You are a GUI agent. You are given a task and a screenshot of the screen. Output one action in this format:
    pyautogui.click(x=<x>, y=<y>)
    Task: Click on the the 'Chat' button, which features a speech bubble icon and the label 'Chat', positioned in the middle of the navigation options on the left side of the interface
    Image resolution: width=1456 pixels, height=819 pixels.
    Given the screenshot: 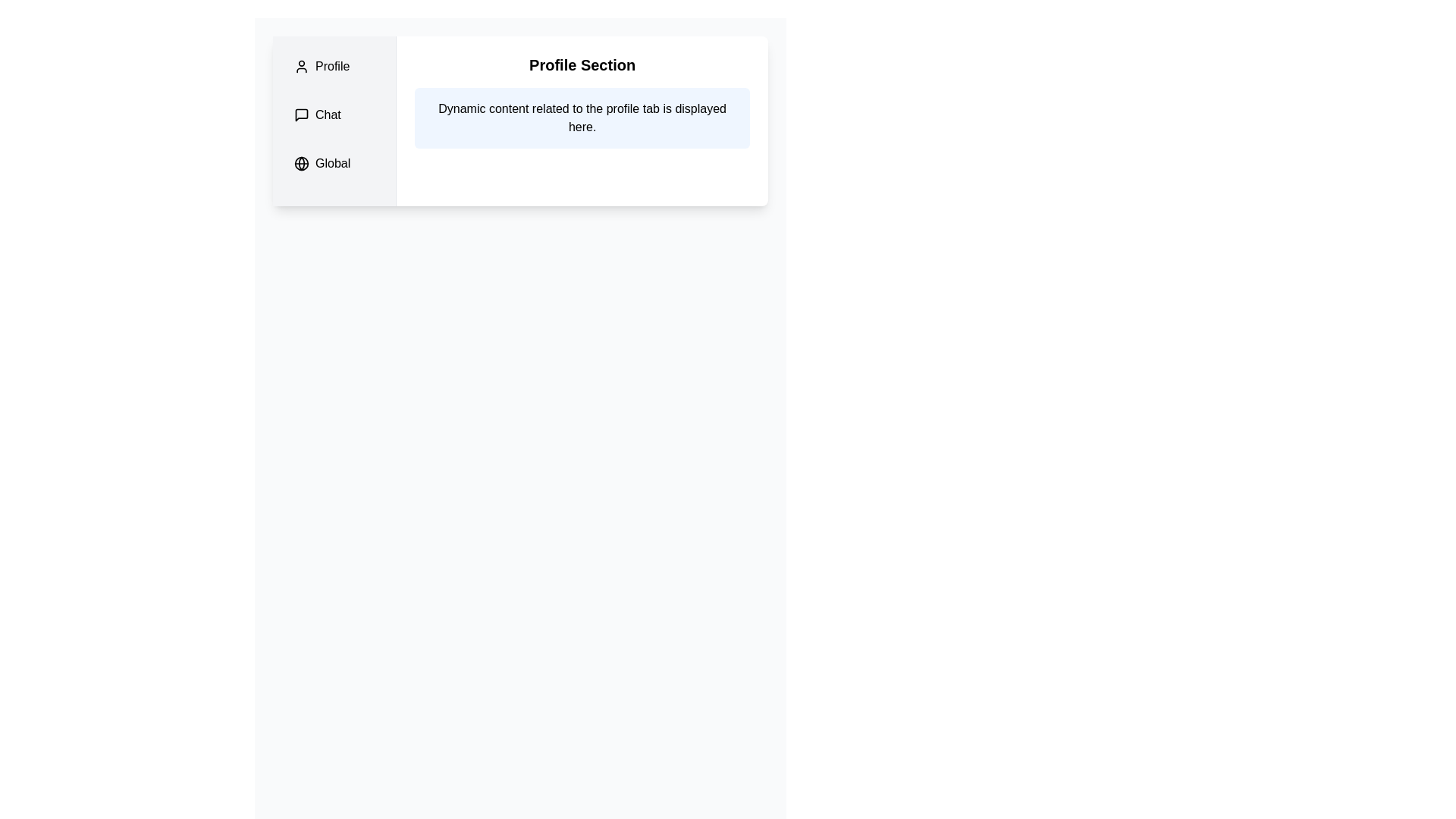 What is the action you would take?
    pyautogui.click(x=334, y=114)
    